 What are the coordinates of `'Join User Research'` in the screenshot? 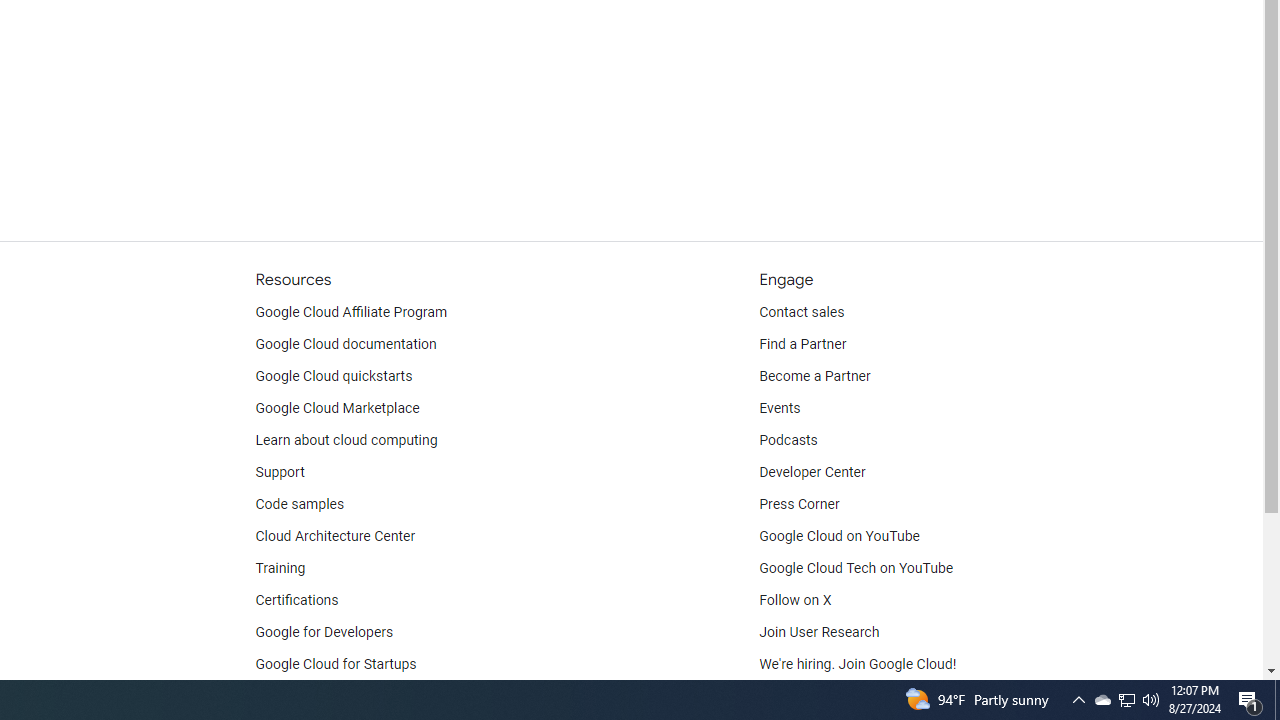 It's located at (819, 632).